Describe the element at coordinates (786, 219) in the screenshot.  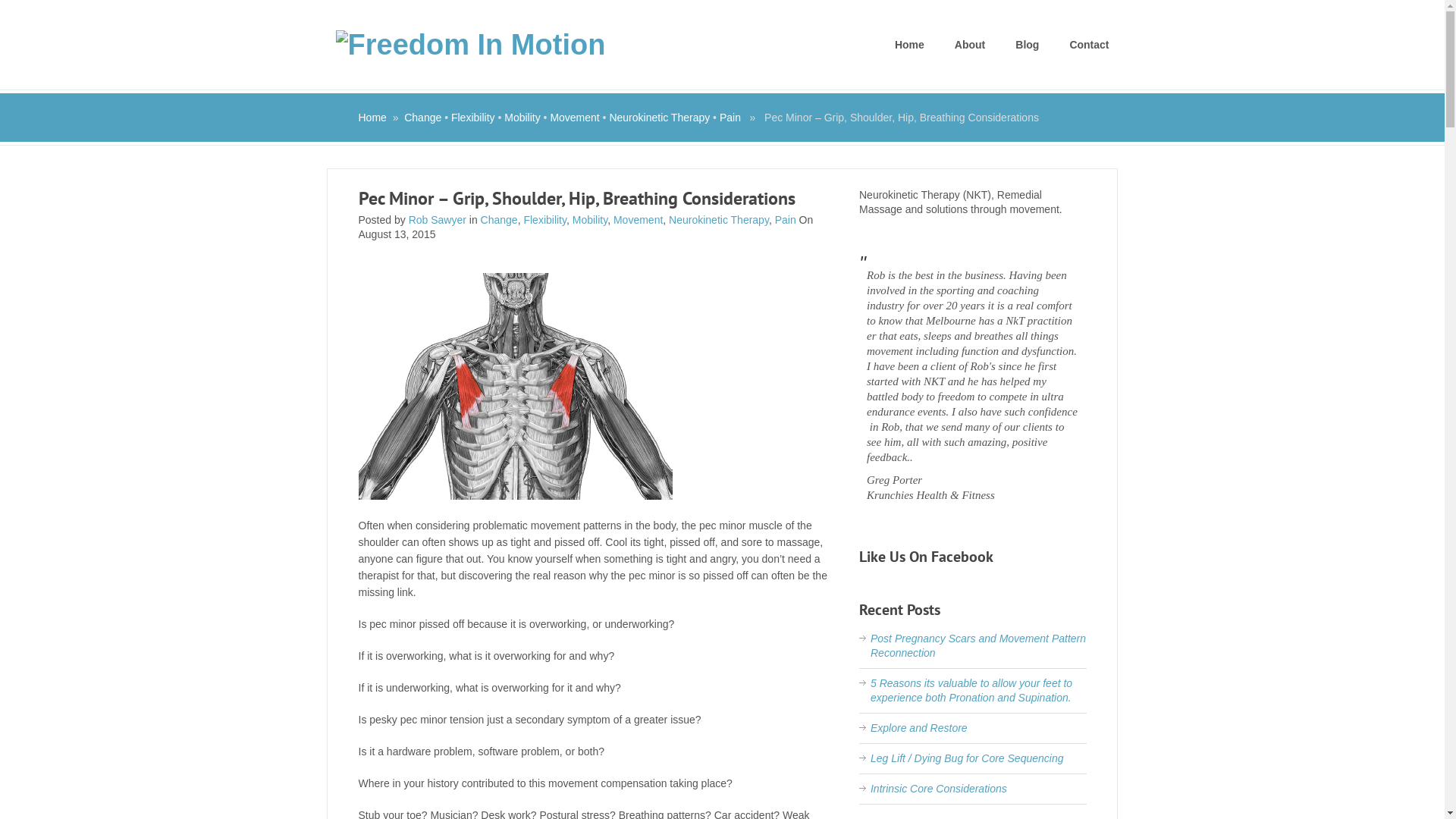
I see `'Pain'` at that location.